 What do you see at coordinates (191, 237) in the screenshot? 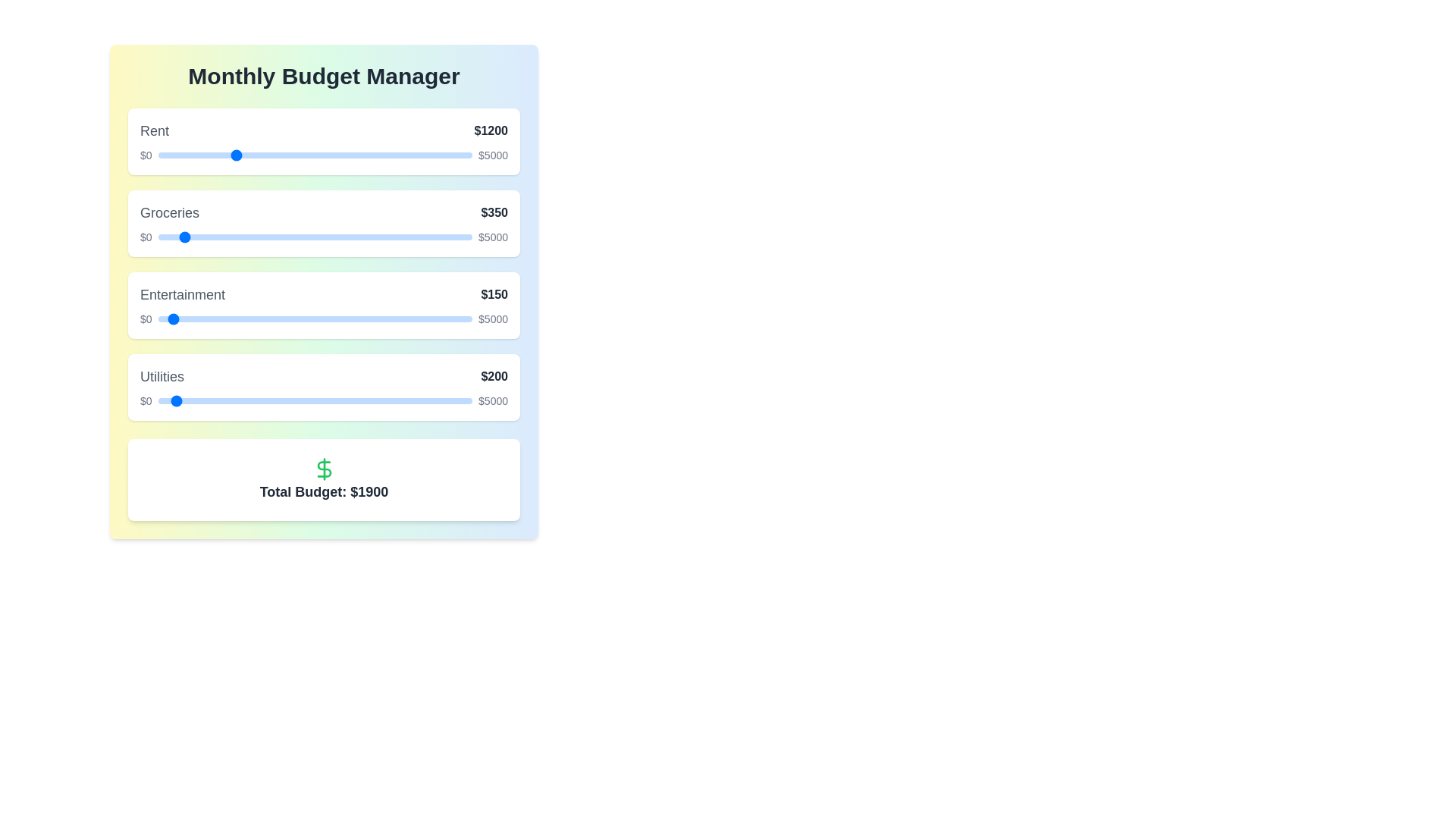
I see `the groceries budget slider` at bounding box center [191, 237].